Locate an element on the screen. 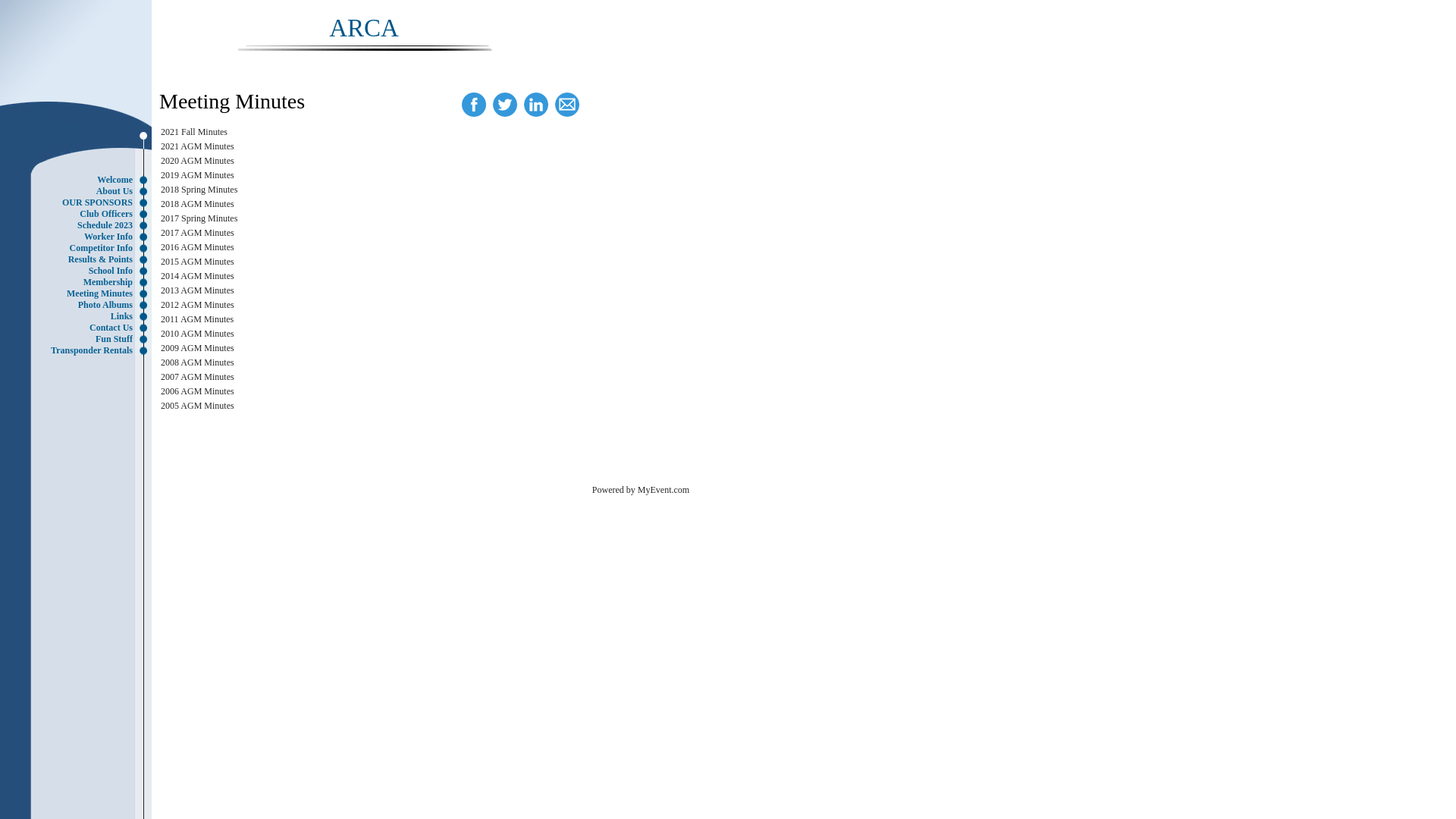 This screenshot has width=1456, height=819. '2014 AGM Minutes' is located at coordinates (160, 275).